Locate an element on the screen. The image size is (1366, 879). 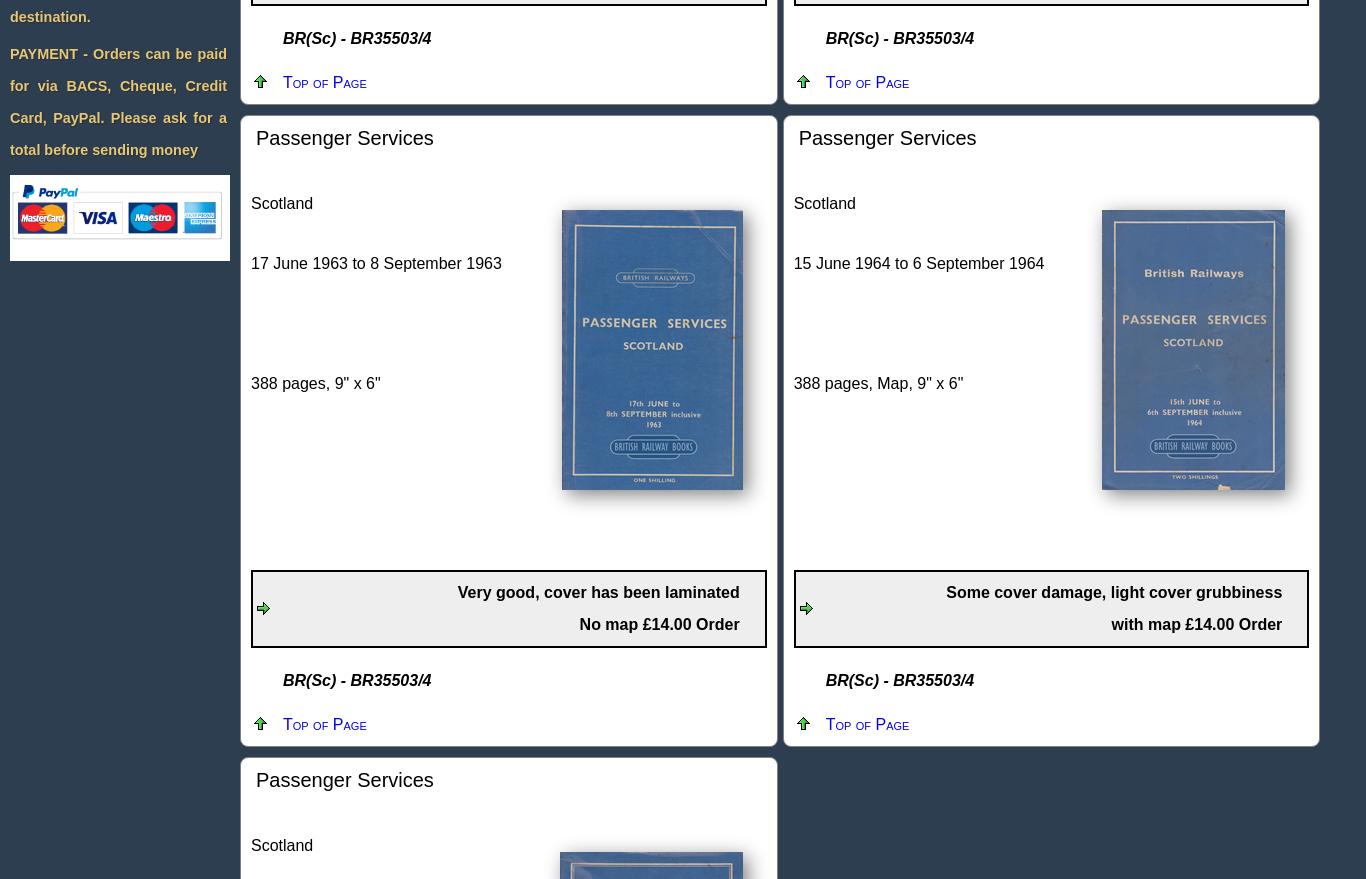
'with map £14.00 Order' is located at coordinates (1196, 624).